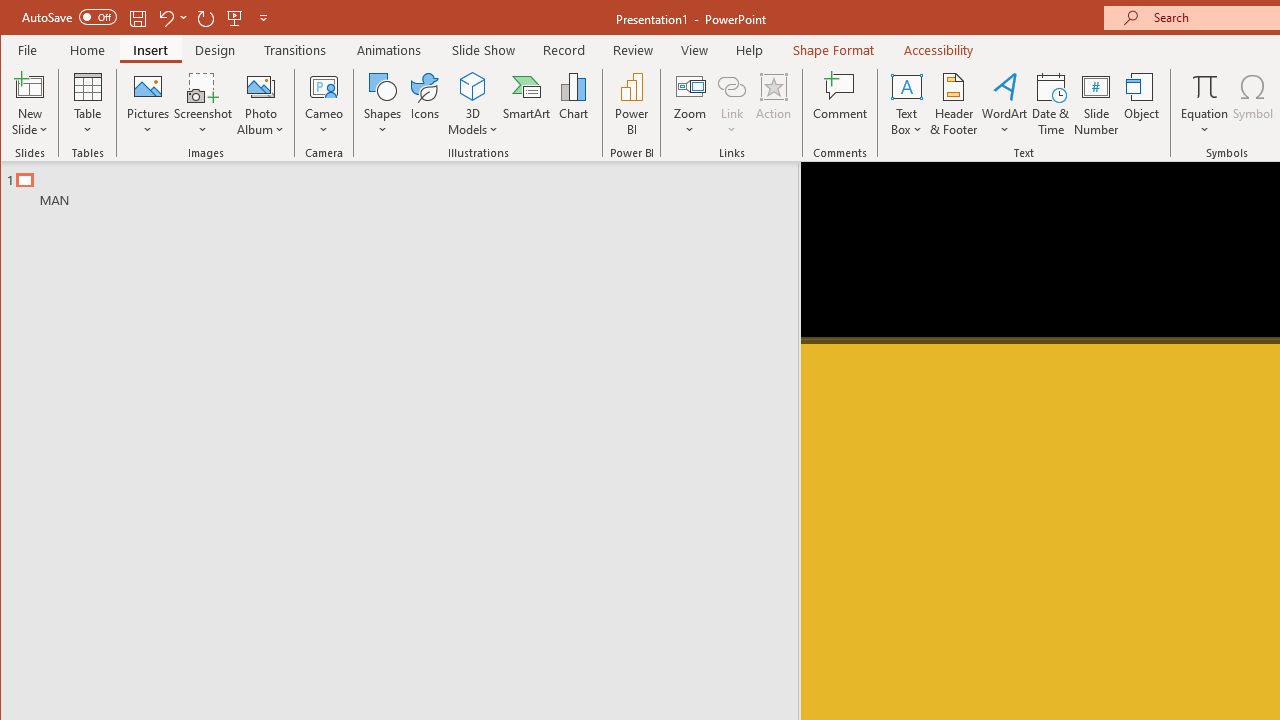  What do you see at coordinates (260, 85) in the screenshot?
I see `'New Photo Album...'` at bounding box center [260, 85].